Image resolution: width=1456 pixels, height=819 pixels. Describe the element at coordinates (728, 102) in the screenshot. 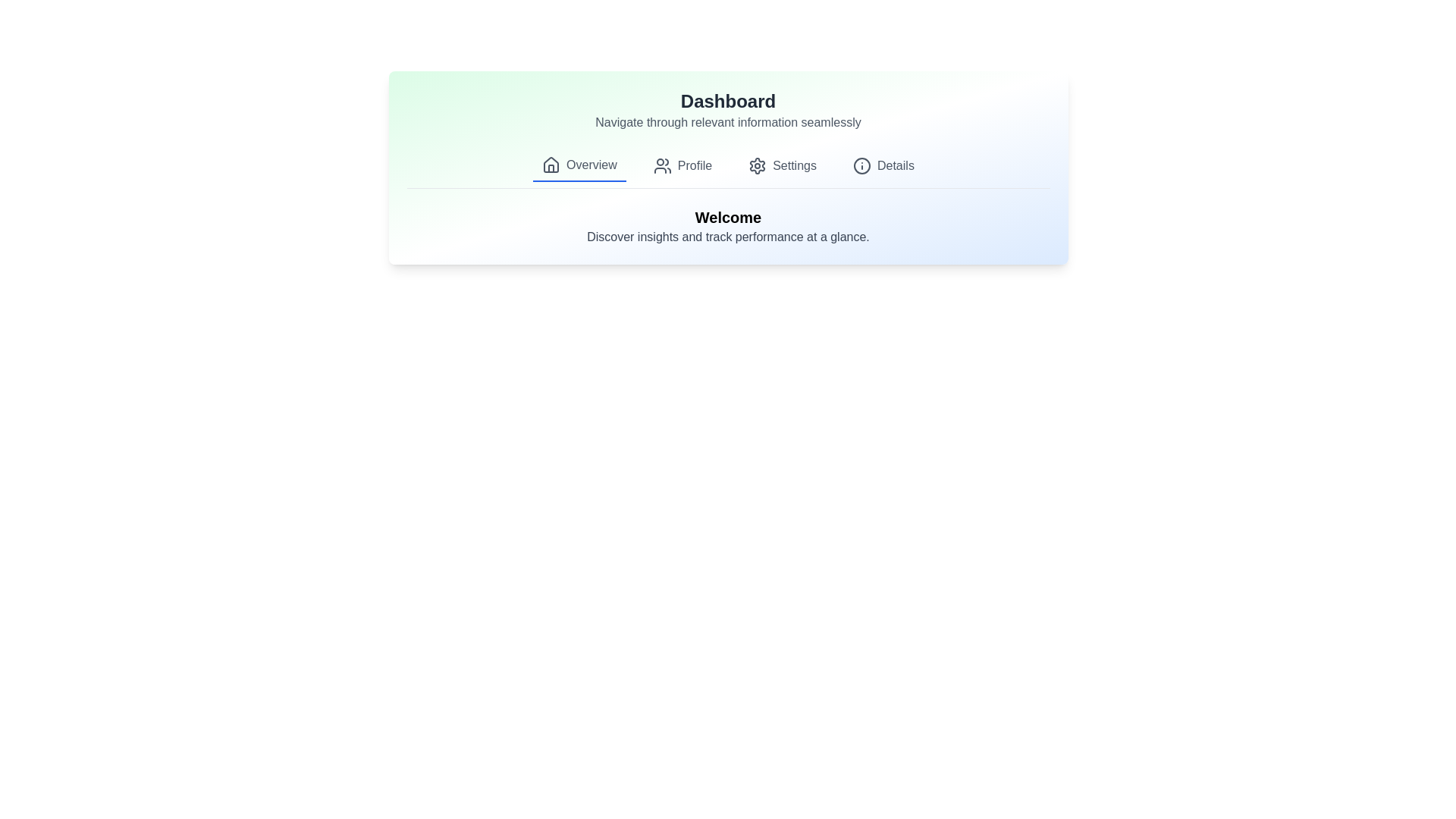

I see `the 'Dashboard' title label located at the top central region of the interface` at that location.